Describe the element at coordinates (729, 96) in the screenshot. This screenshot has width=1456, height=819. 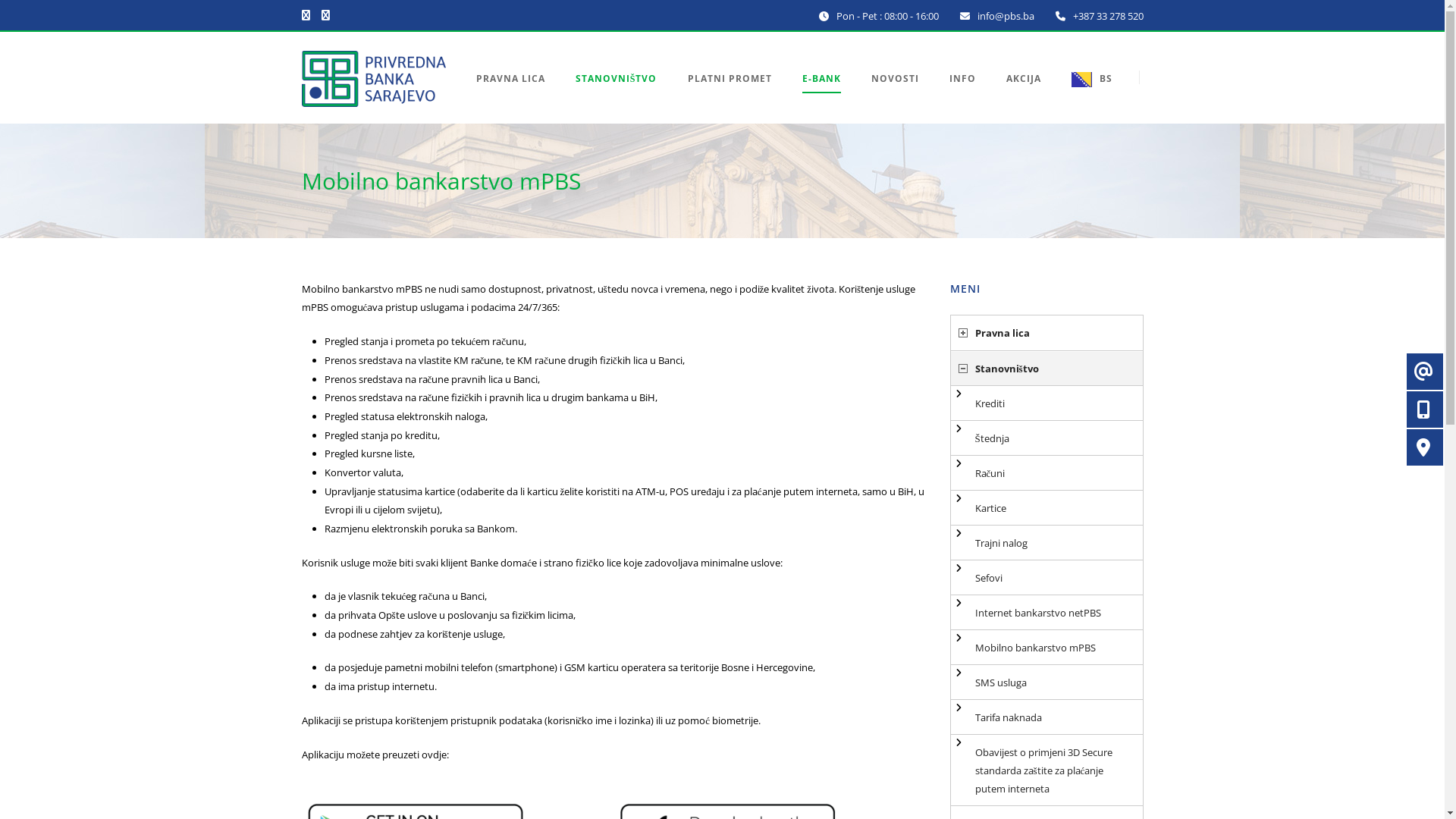
I see `'PLATNI PROMET'` at that location.